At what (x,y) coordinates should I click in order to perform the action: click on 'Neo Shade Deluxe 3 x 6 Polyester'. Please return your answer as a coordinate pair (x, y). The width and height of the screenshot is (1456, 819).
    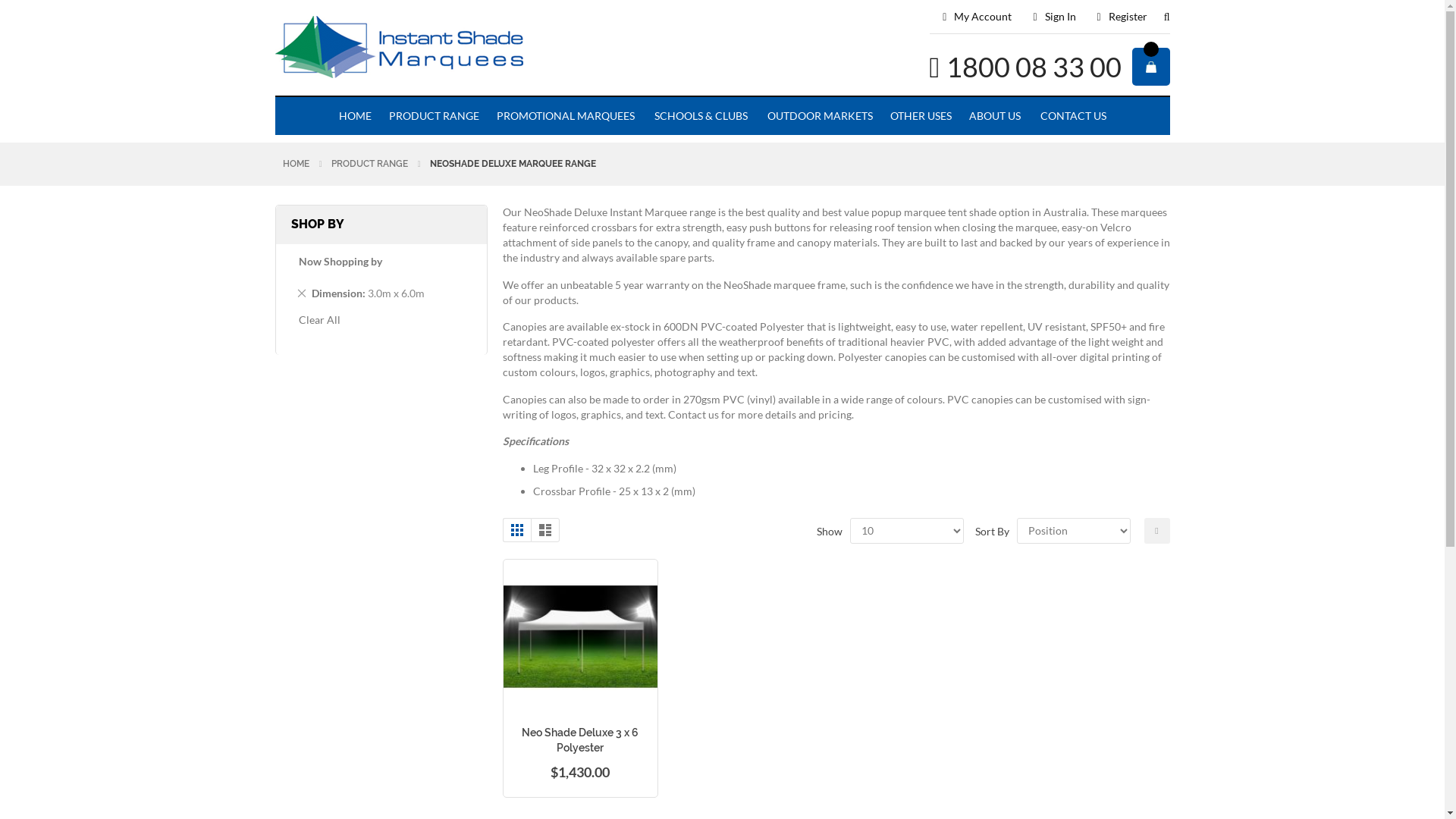
    Looking at the image, I should click on (579, 739).